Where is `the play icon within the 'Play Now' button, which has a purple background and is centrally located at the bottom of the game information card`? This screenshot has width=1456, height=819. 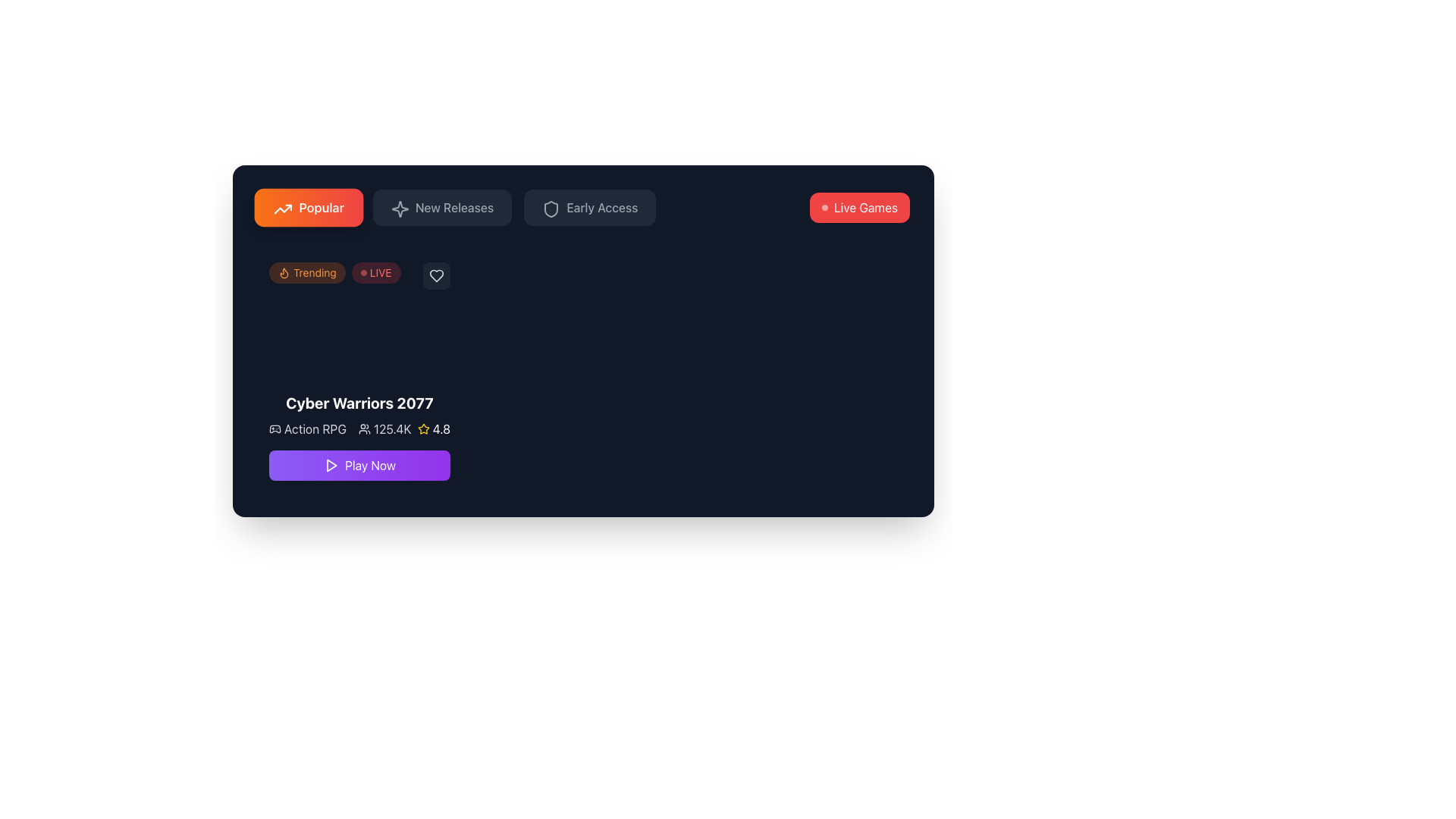
the play icon within the 'Play Now' button, which has a purple background and is centrally located at the bottom of the game information card is located at coordinates (331, 464).